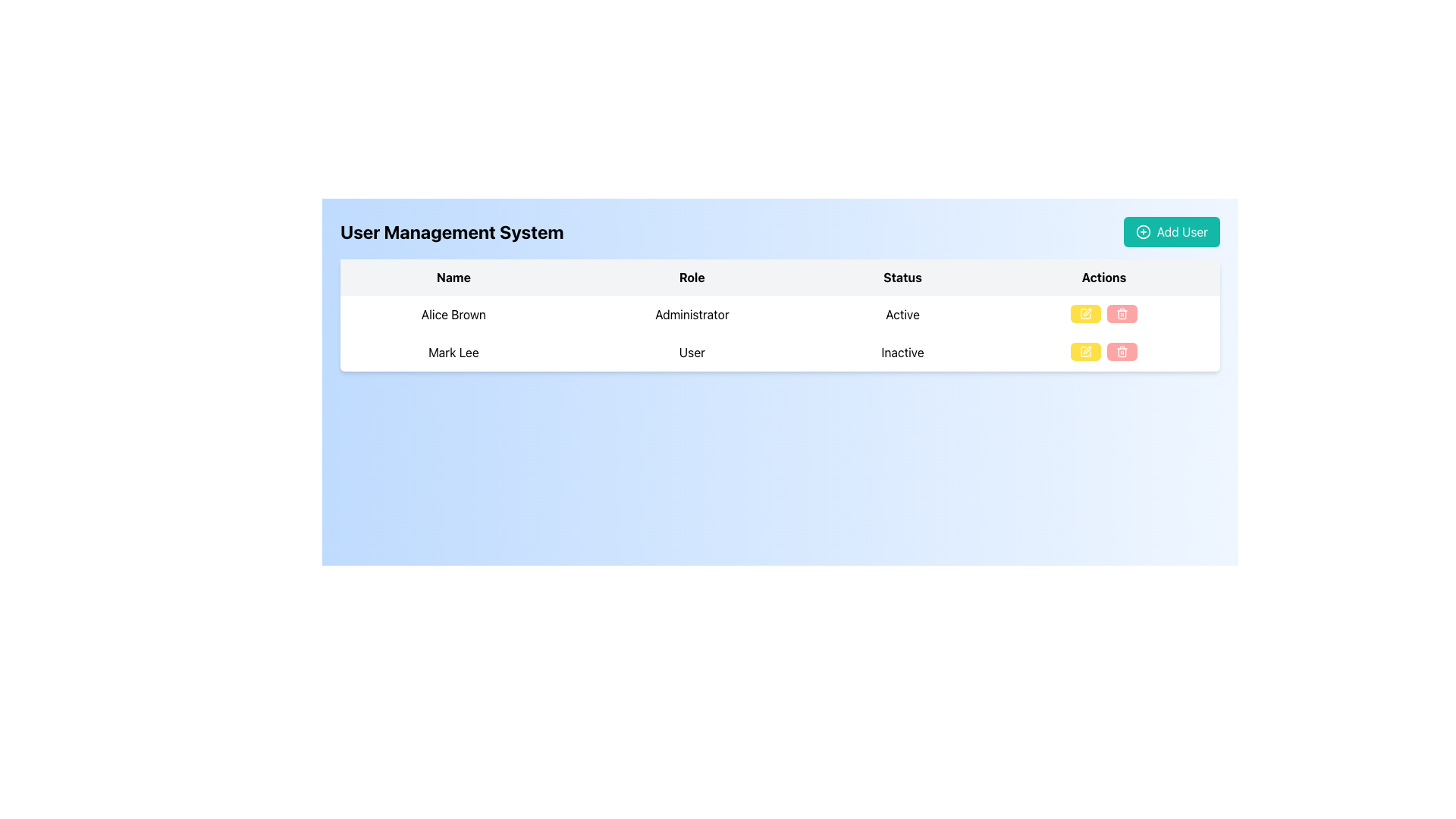 This screenshot has width=1456, height=819. I want to click on the yellow rounded button with a pen icon located in the 'Actions' column of the first row, so click(1084, 312).